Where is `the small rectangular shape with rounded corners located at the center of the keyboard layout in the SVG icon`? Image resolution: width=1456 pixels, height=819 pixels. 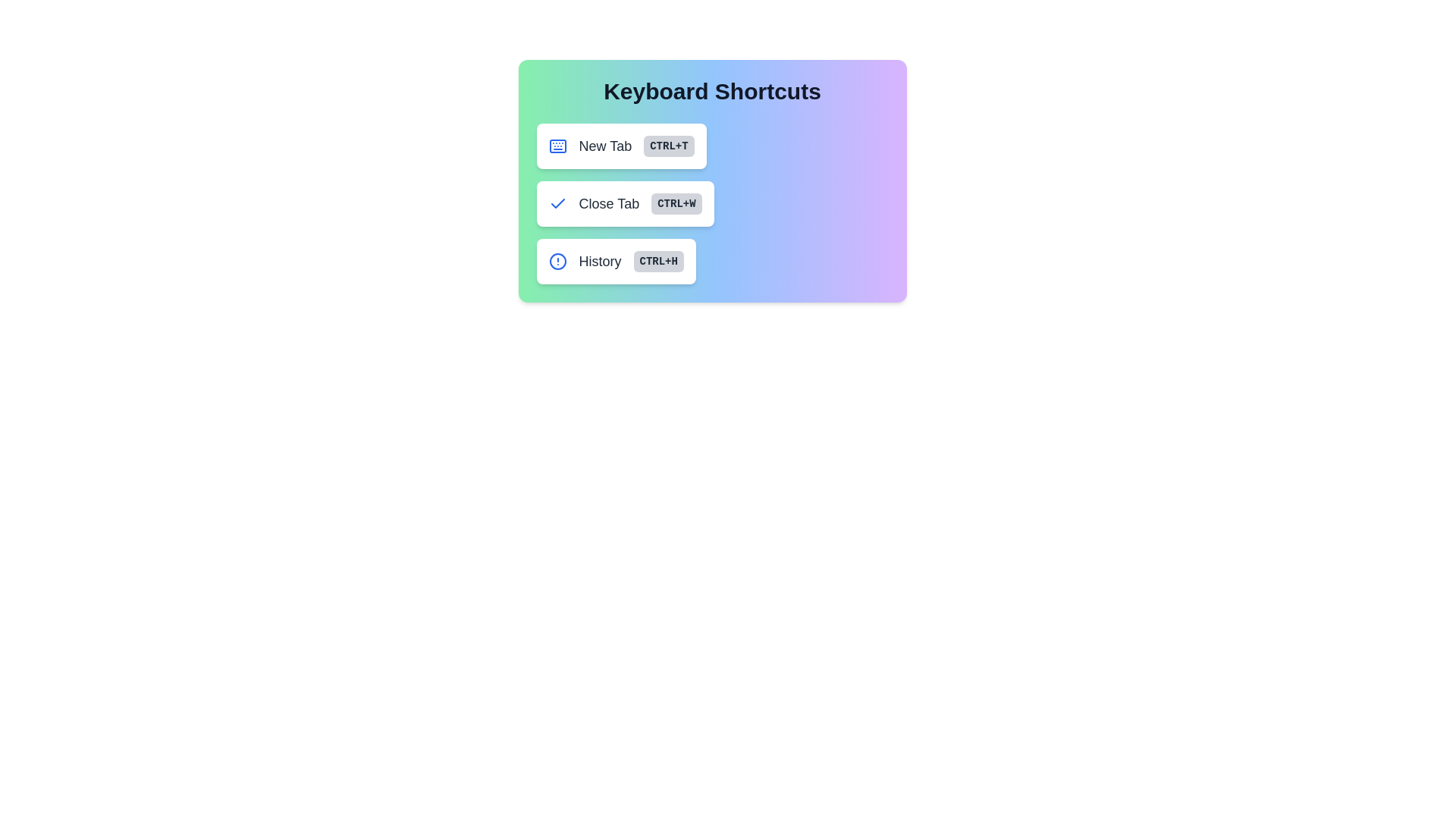 the small rectangular shape with rounded corners located at the center of the keyboard layout in the SVG icon is located at coordinates (557, 146).